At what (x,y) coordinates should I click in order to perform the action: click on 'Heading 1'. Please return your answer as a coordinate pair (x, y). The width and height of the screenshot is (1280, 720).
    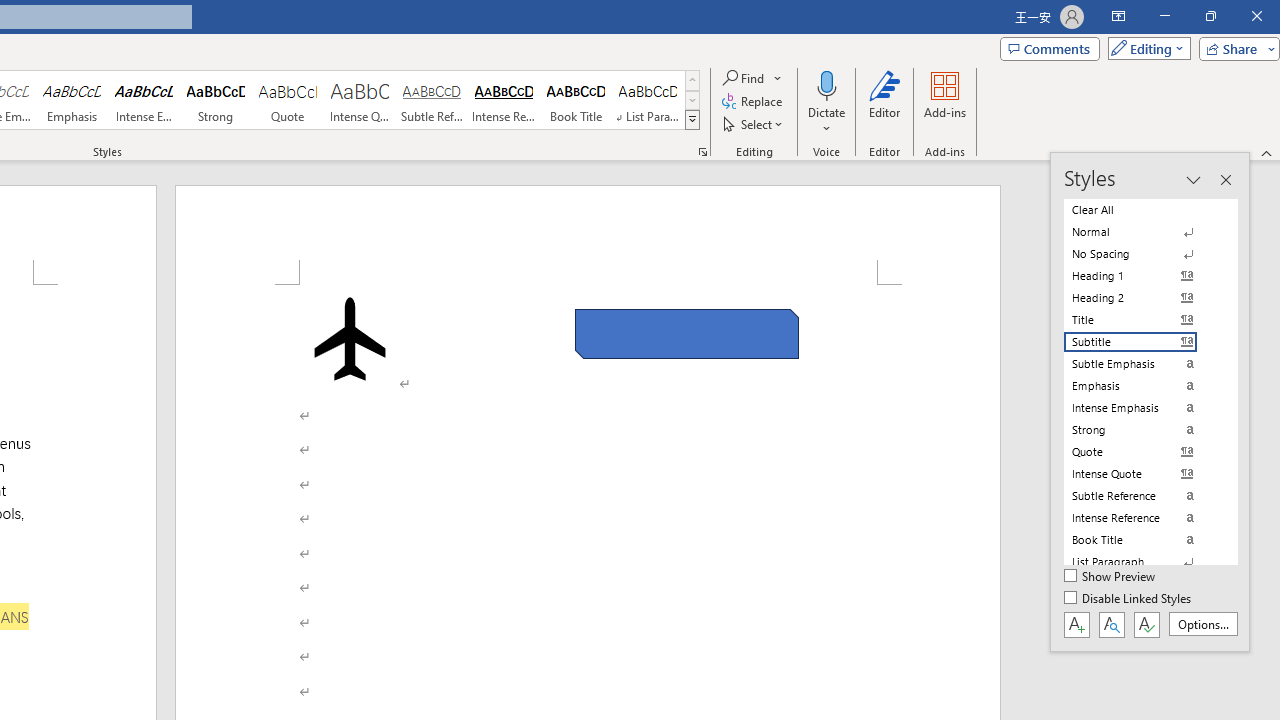
    Looking at the image, I should click on (1142, 276).